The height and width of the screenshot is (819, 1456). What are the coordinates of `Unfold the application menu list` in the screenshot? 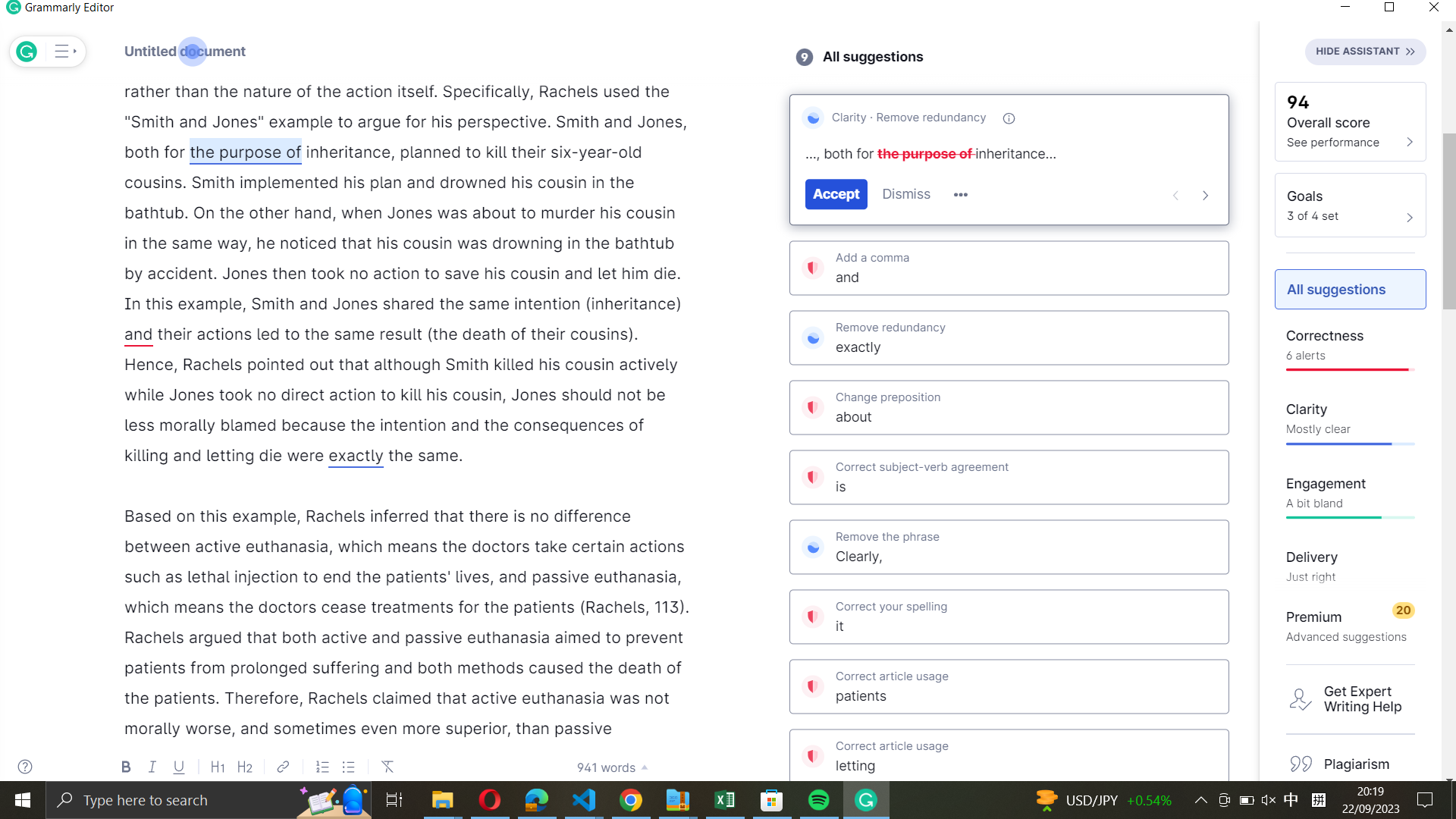 It's located at (62, 51).